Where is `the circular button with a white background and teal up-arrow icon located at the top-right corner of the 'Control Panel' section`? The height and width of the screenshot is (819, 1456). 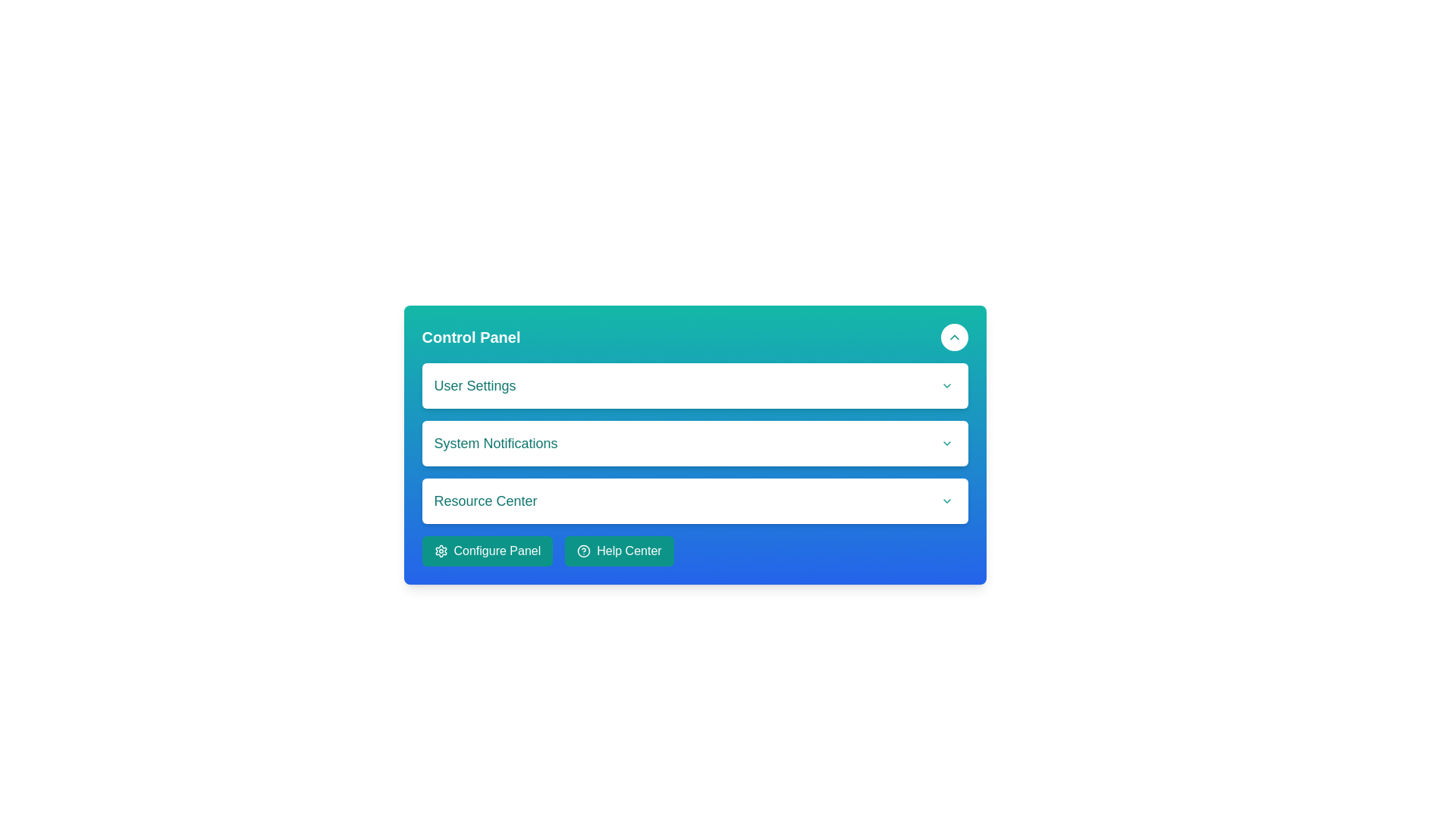 the circular button with a white background and teal up-arrow icon located at the top-right corner of the 'Control Panel' section is located at coordinates (953, 336).